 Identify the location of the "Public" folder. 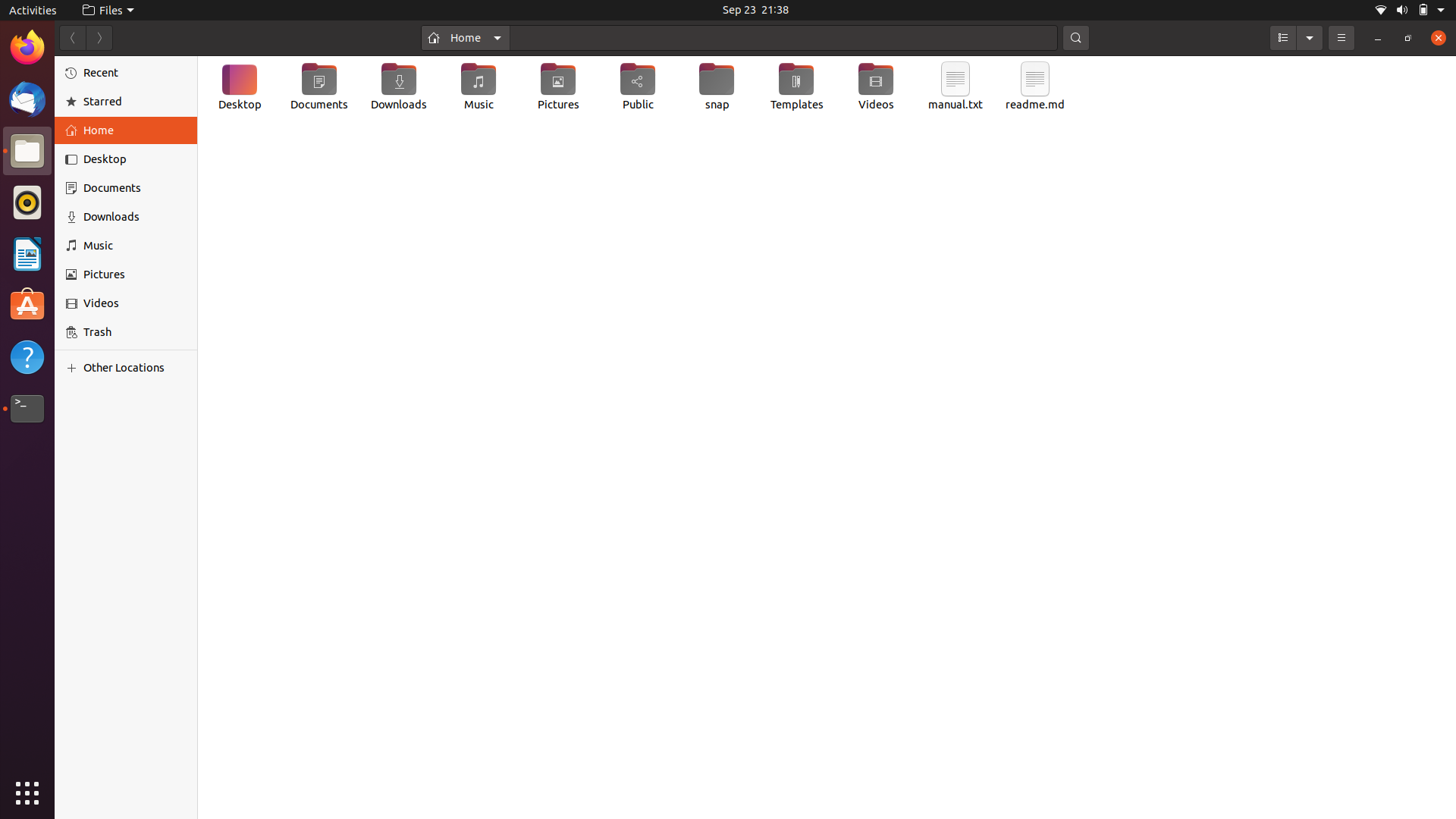
(639, 87).